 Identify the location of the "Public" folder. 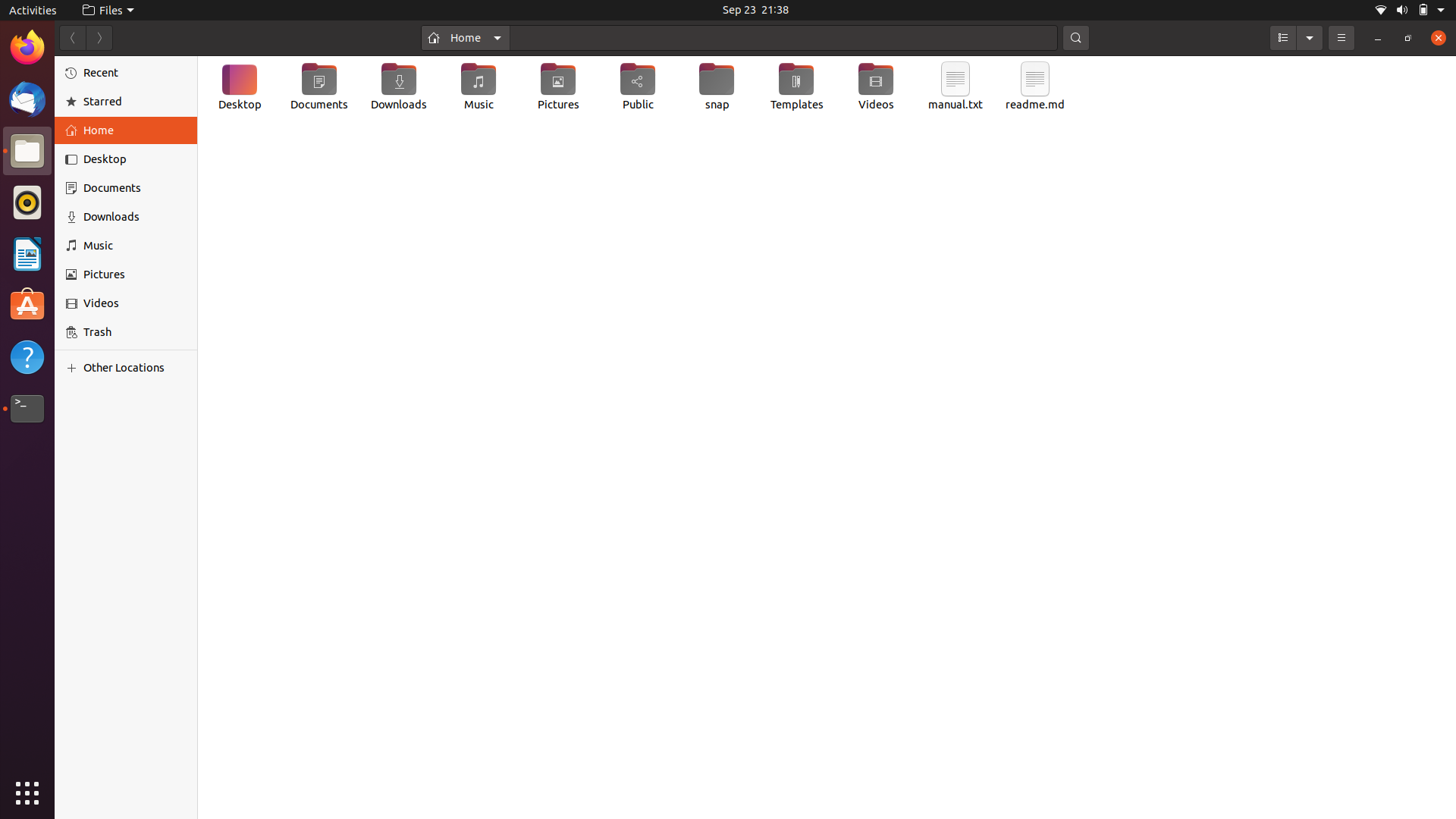
(639, 87).